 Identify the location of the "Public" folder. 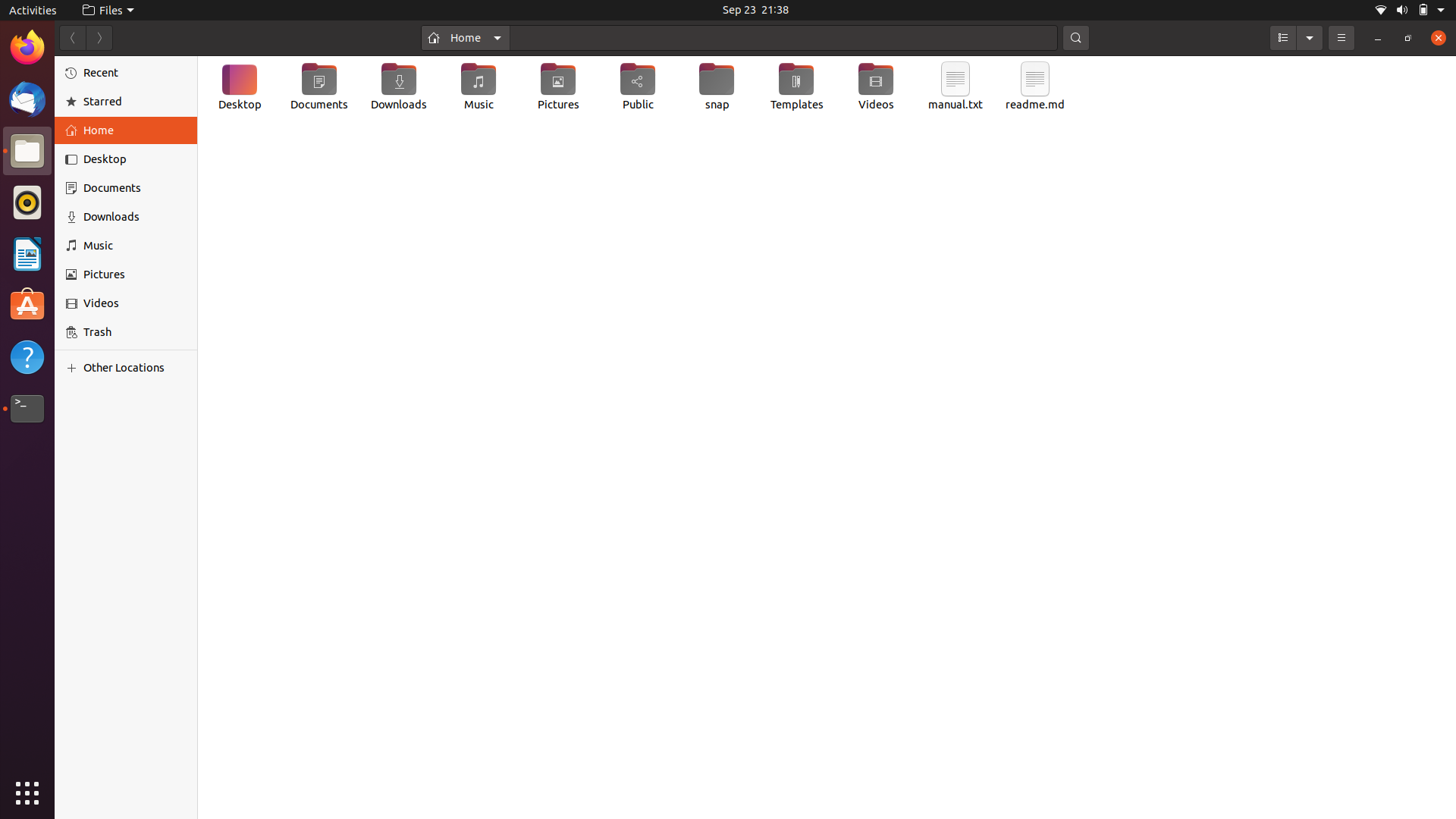
(639, 87).